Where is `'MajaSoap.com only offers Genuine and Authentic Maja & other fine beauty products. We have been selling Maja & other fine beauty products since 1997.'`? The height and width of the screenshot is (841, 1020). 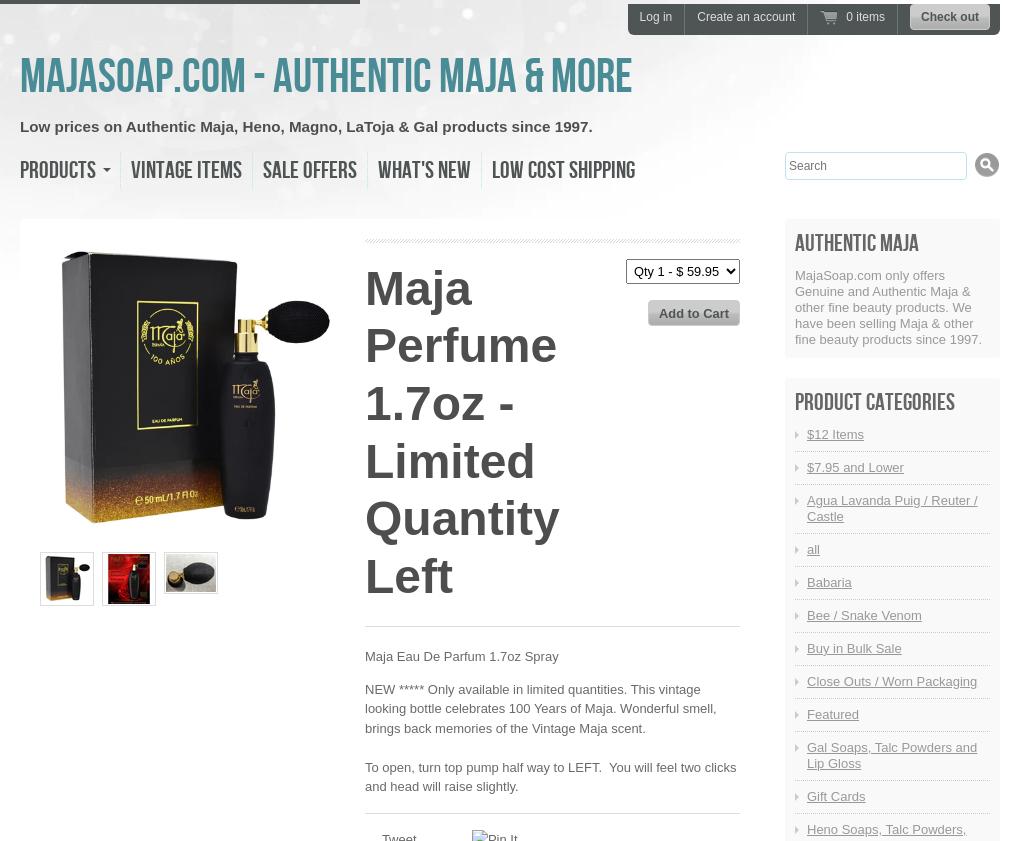
'MajaSoap.com only offers Genuine and Authentic Maja & other fine beauty products. We have been selling Maja & other fine beauty products since 1997.' is located at coordinates (793, 305).